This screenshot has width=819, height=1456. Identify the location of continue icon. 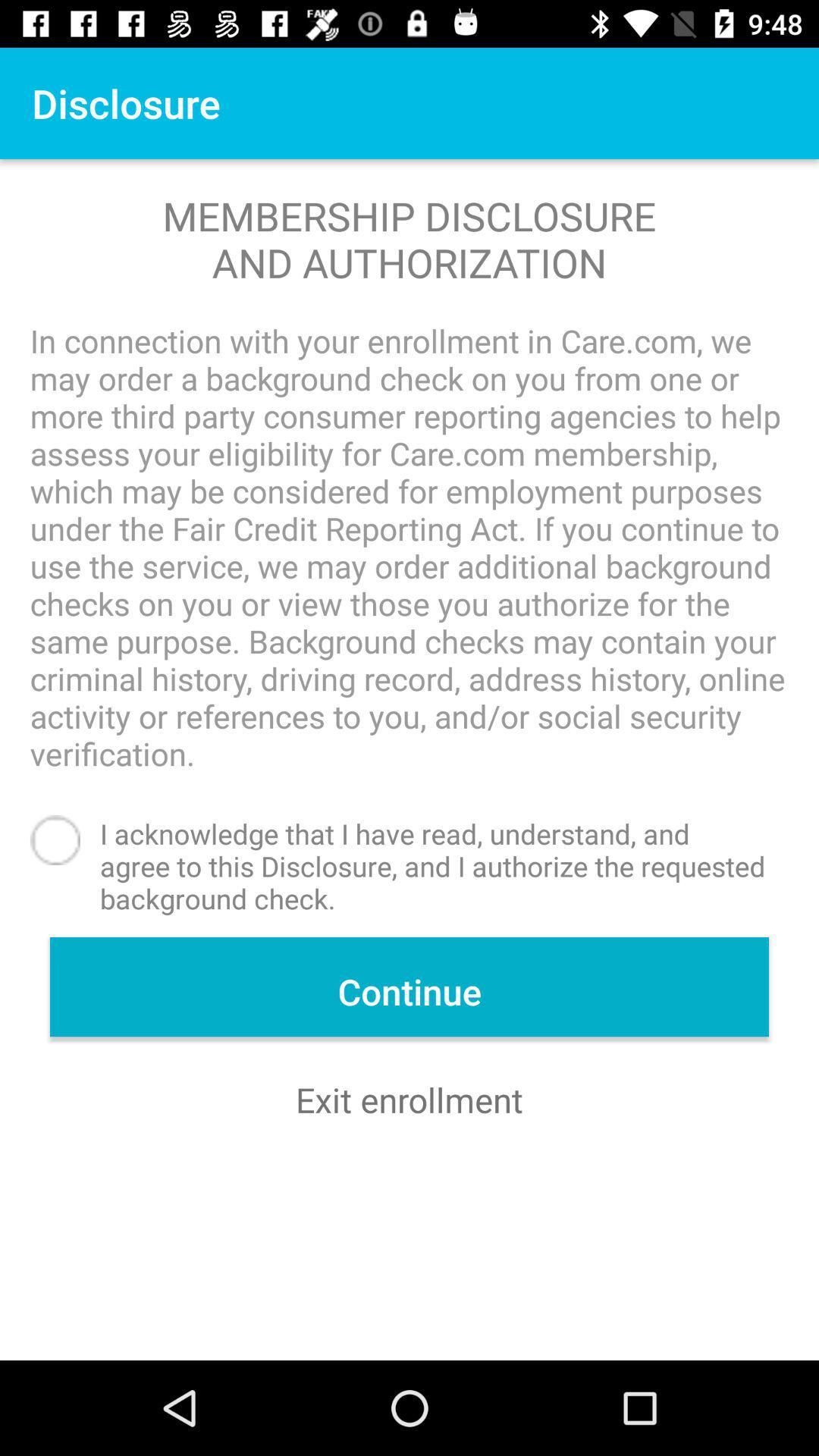
(409, 987).